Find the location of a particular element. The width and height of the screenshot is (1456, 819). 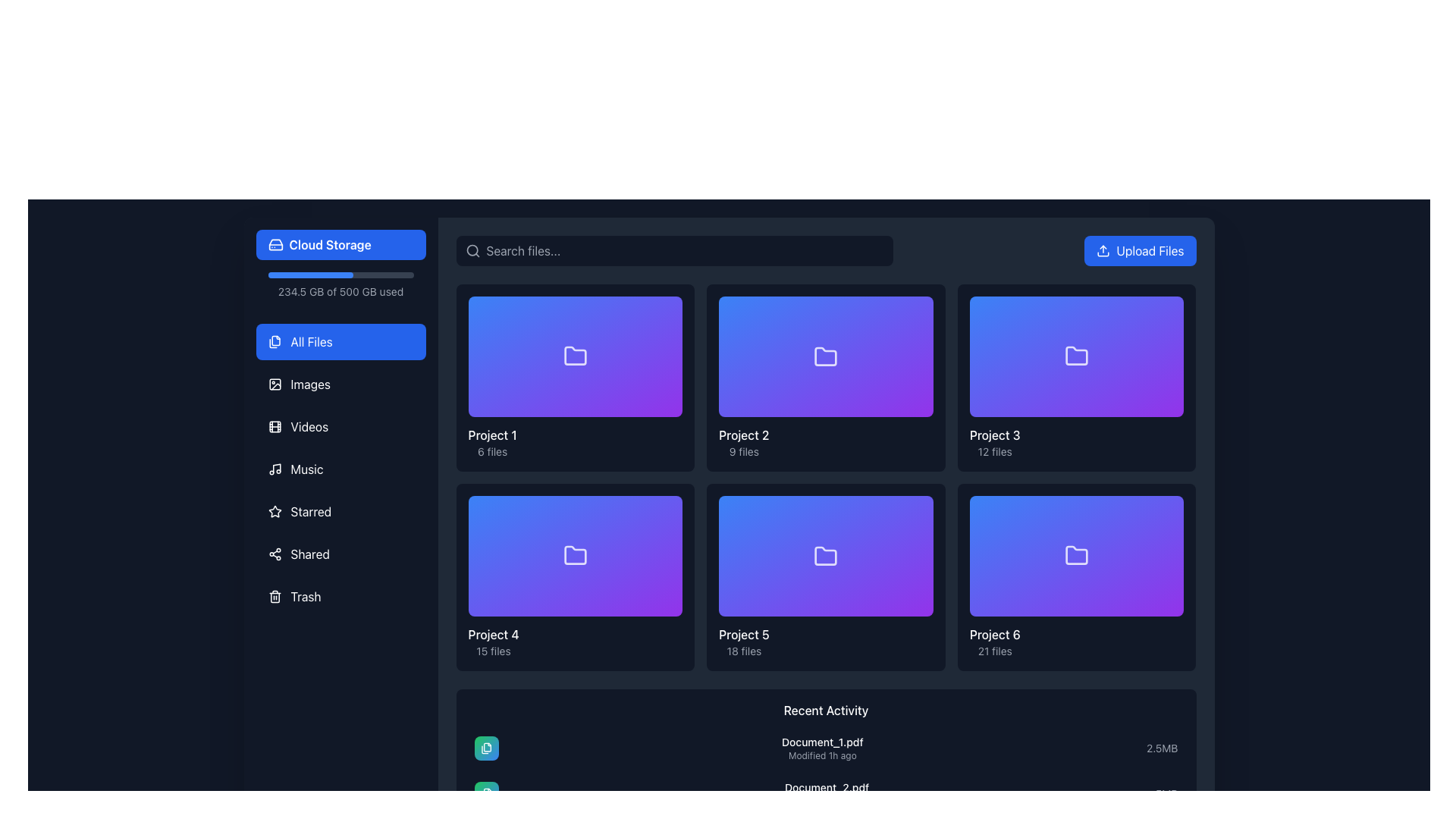

the static text display for 'Project 5' which includes the text 'Project 5' in bold and '18 files' in gray below it is located at coordinates (744, 642).